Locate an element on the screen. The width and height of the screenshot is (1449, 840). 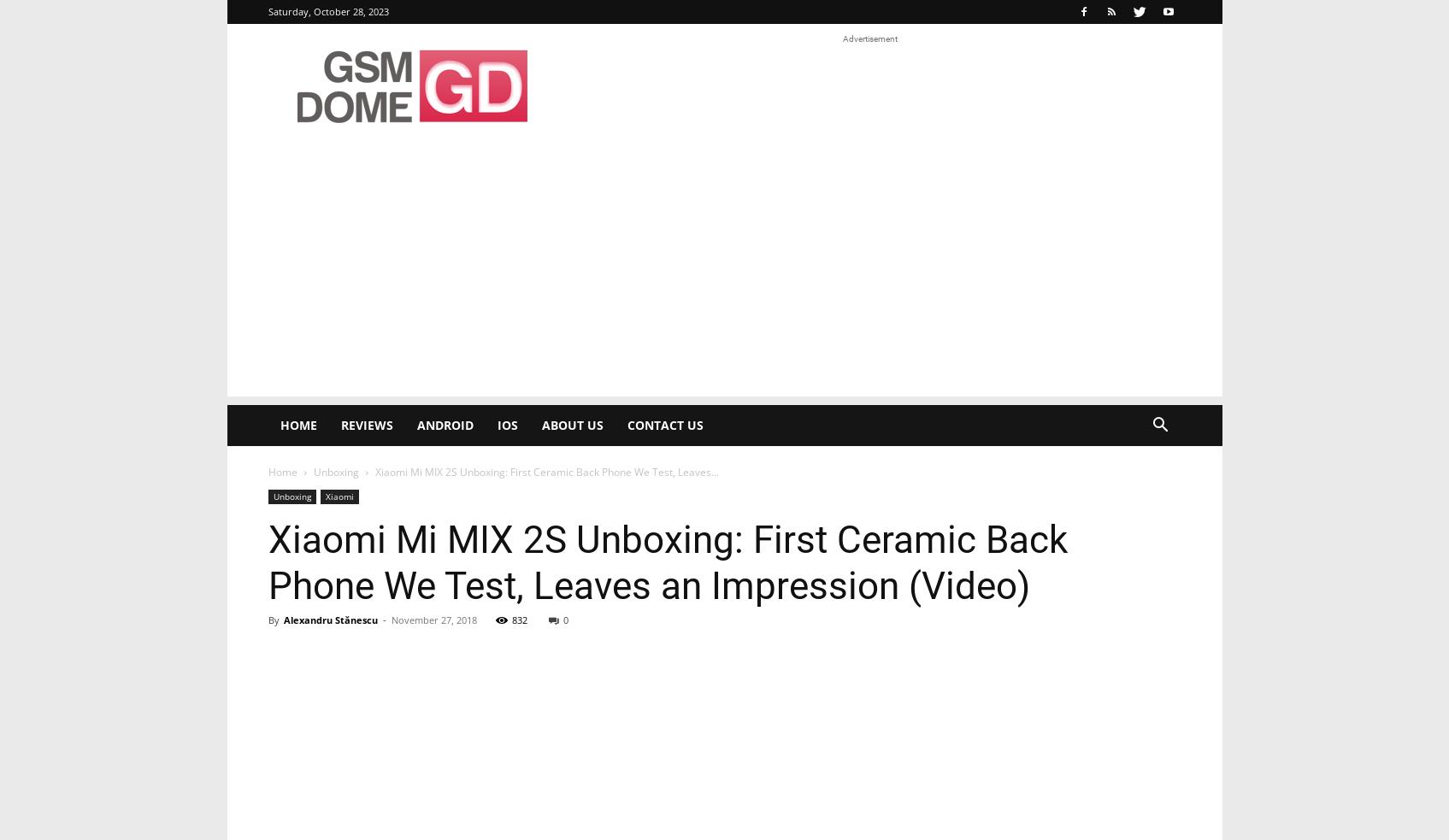
'832' is located at coordinates (510, 619).